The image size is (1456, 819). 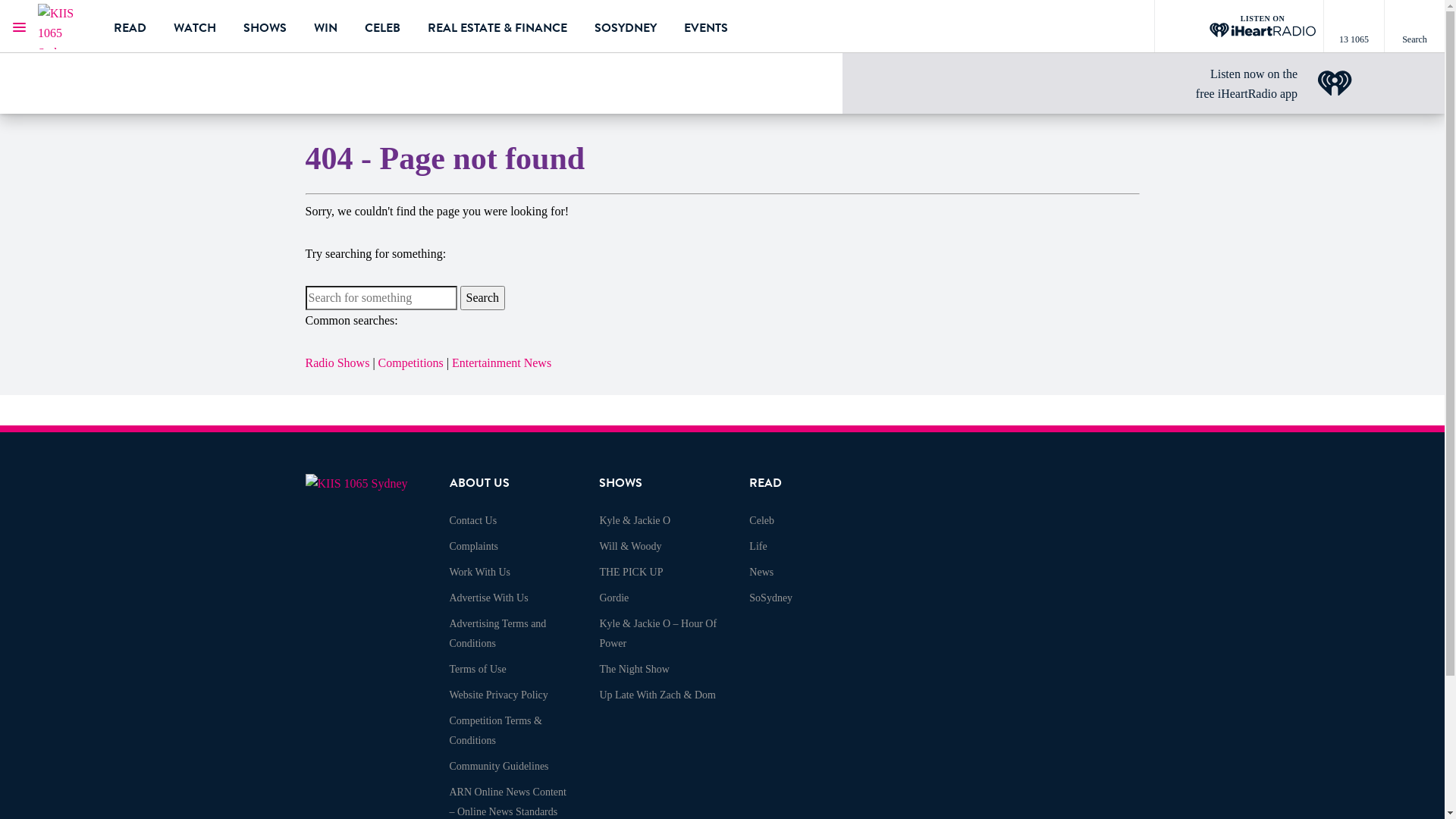 I want to click on 'Menu', so click(x=18, y=26).